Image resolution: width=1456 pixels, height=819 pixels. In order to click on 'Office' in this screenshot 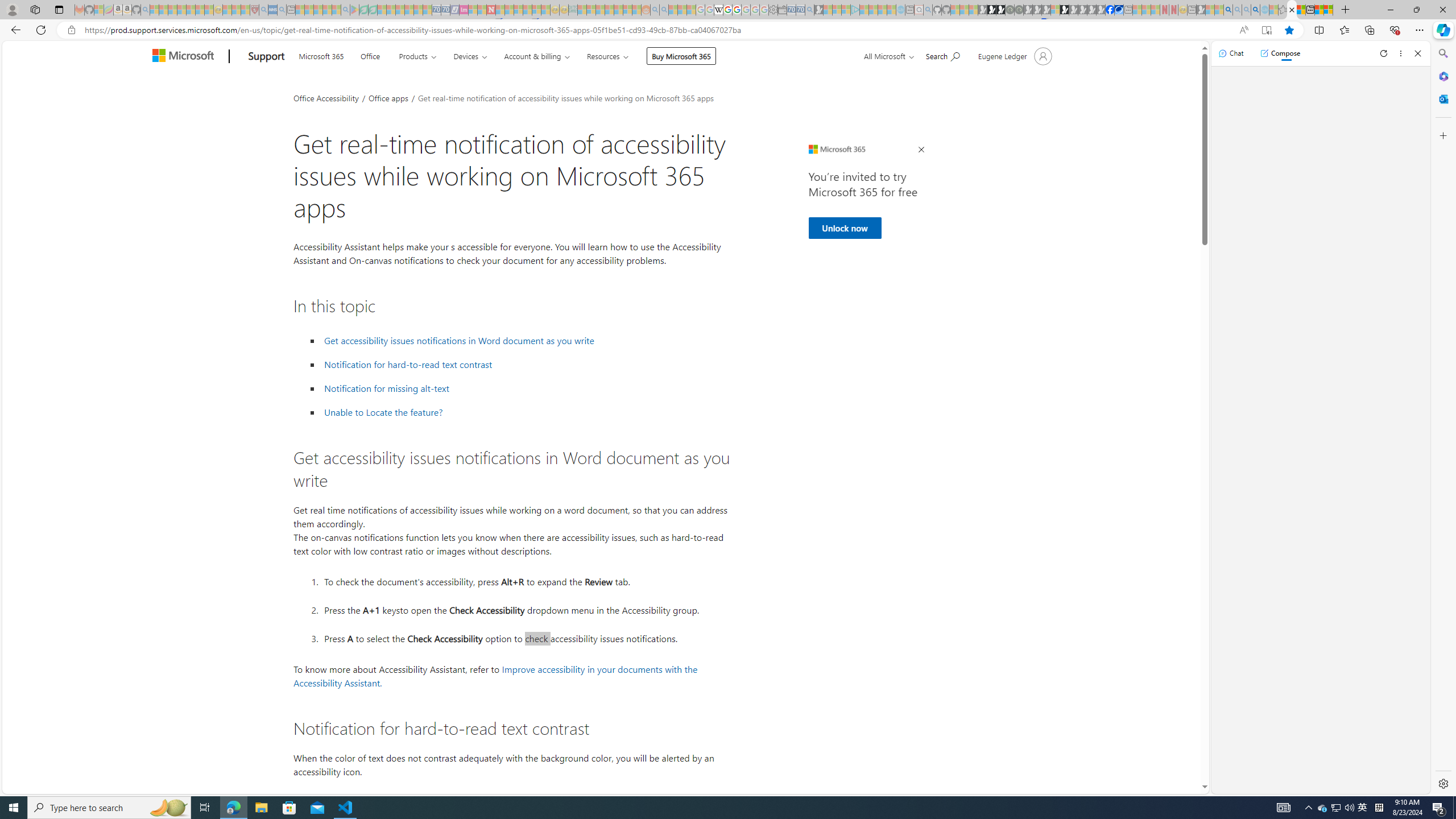, I will do `click(369, 55)`.